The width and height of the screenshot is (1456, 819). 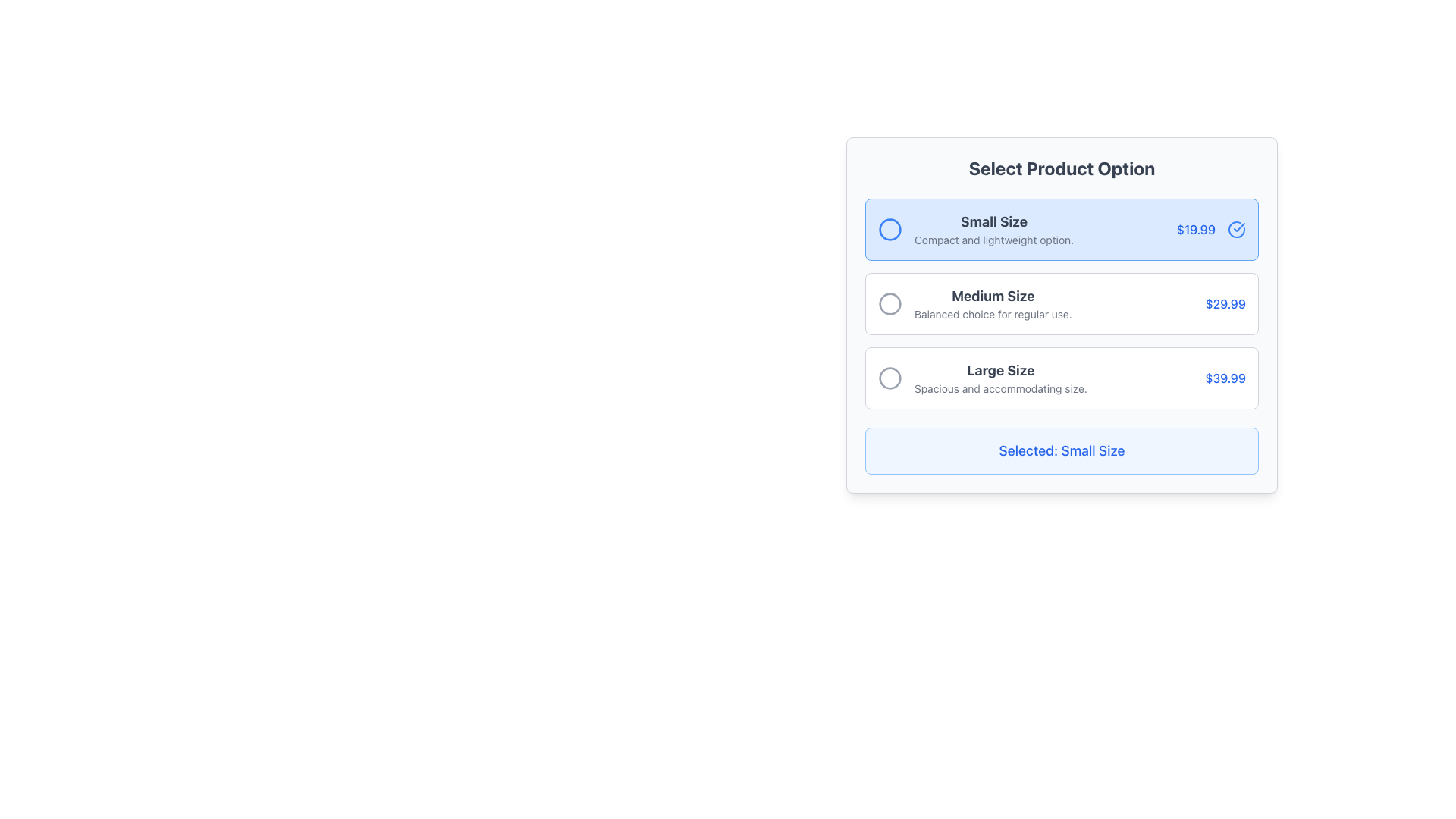 What do you see at coordinates (993, 222) in the screenshot?
I see `the static text label for the 'Small Size' product option, which is located above the description text and aligned with the selection circle` at bounding box center [993, 222].